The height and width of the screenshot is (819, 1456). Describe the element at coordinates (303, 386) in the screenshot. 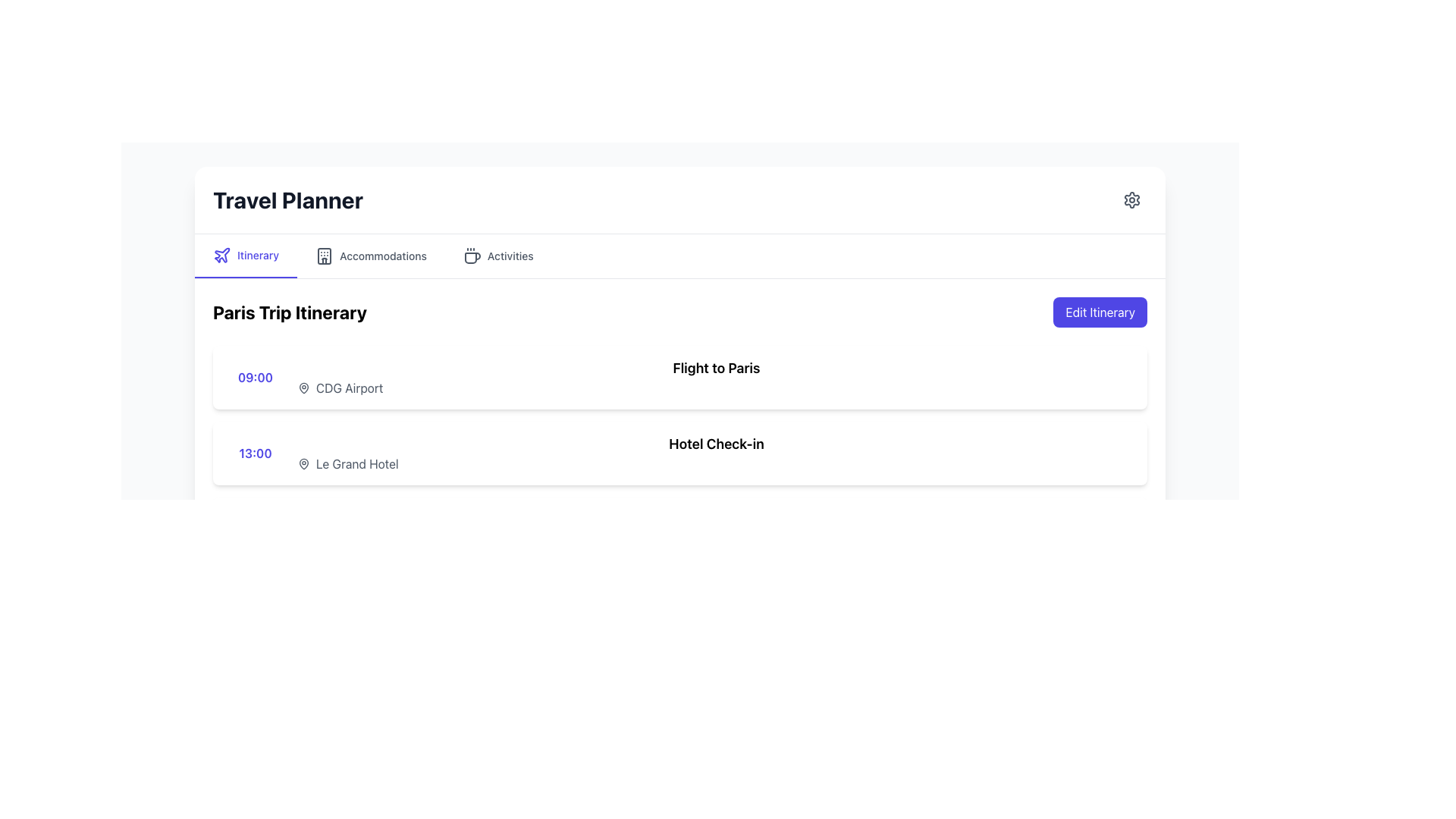

I see `the location pin icon for the 13:00 entry of 'Le Grand Hotel' in the itinerary section of the travel planner interface` at that location.